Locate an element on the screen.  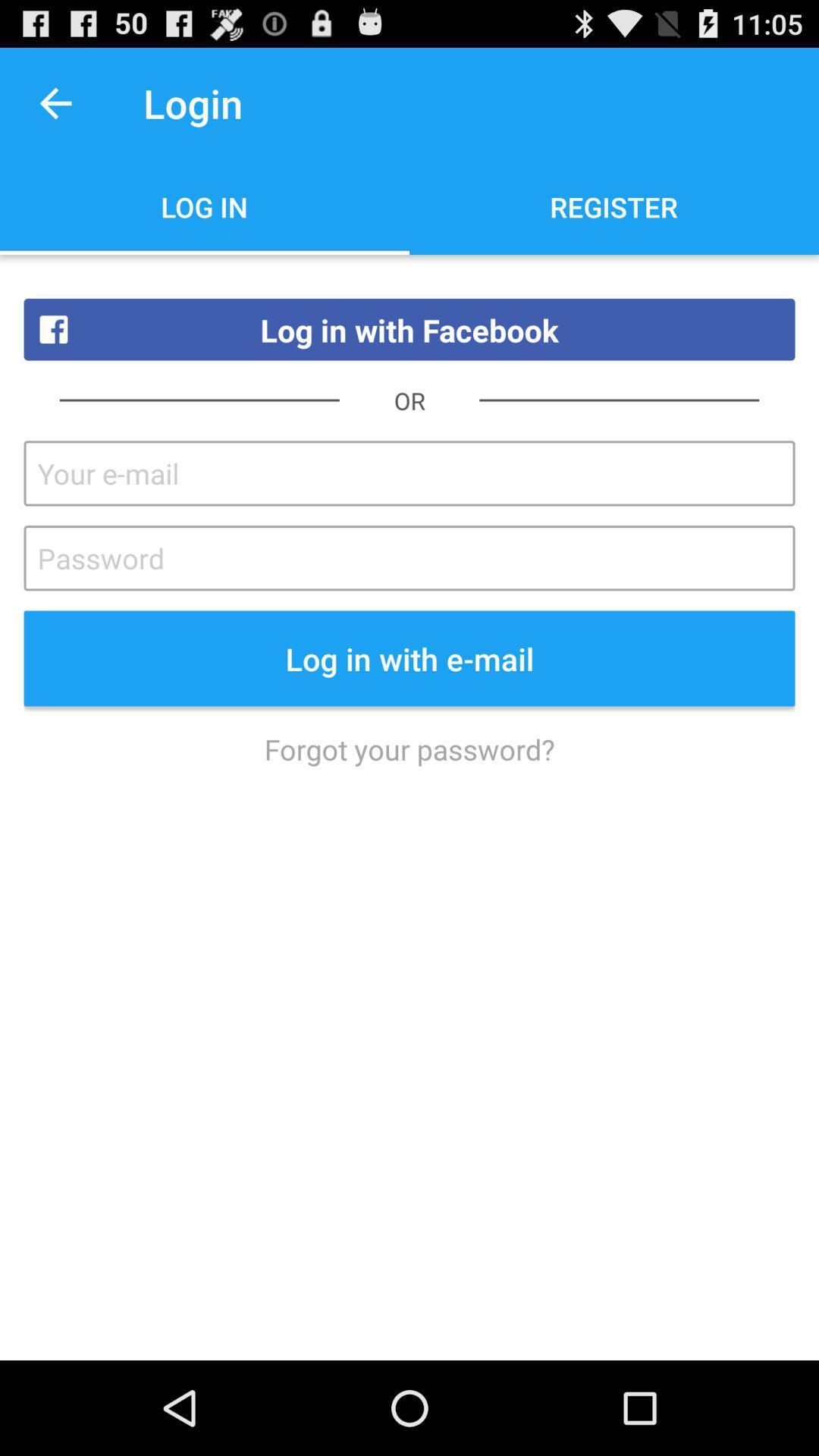
facebook login is located at coordinates (409, 472).